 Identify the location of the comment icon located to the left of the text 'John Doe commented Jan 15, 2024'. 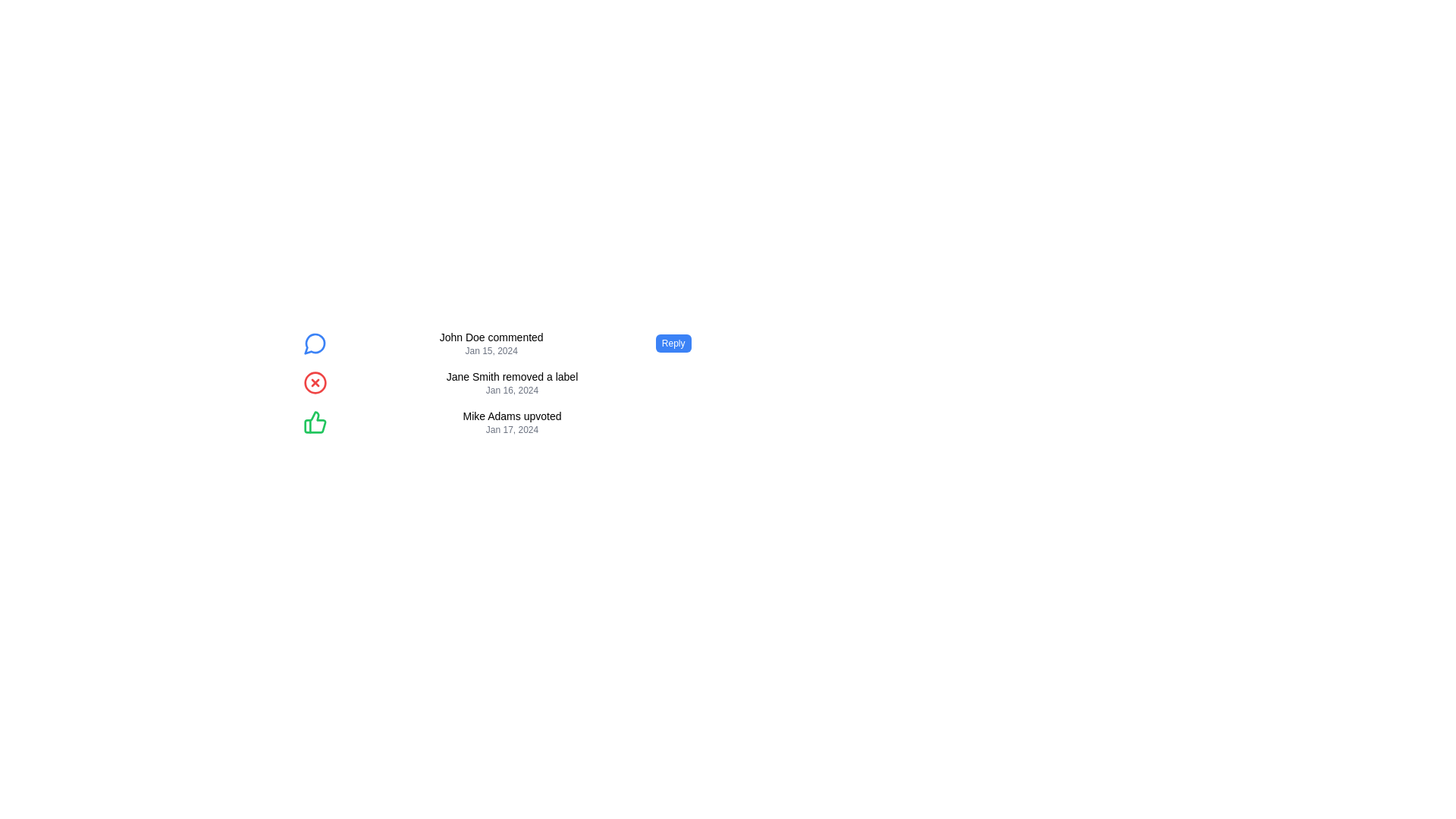
(314, 343).